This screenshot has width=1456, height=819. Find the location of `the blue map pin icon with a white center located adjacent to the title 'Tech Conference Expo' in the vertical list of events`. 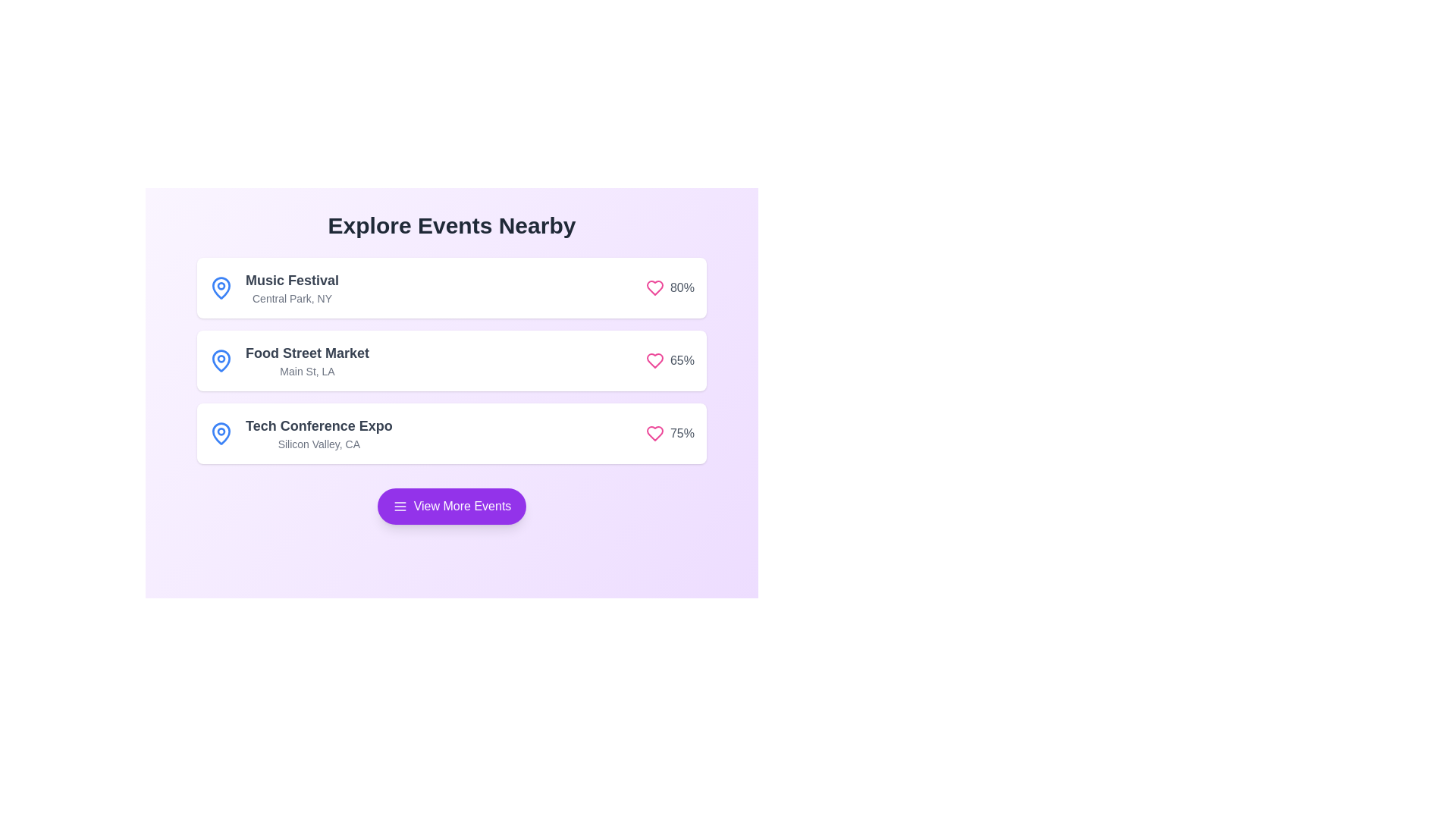

the blue map pin icon with a white center located adjacent to the title 'Tech Conference Expo' in the vertical list of events is located at coordinates (221, 433).